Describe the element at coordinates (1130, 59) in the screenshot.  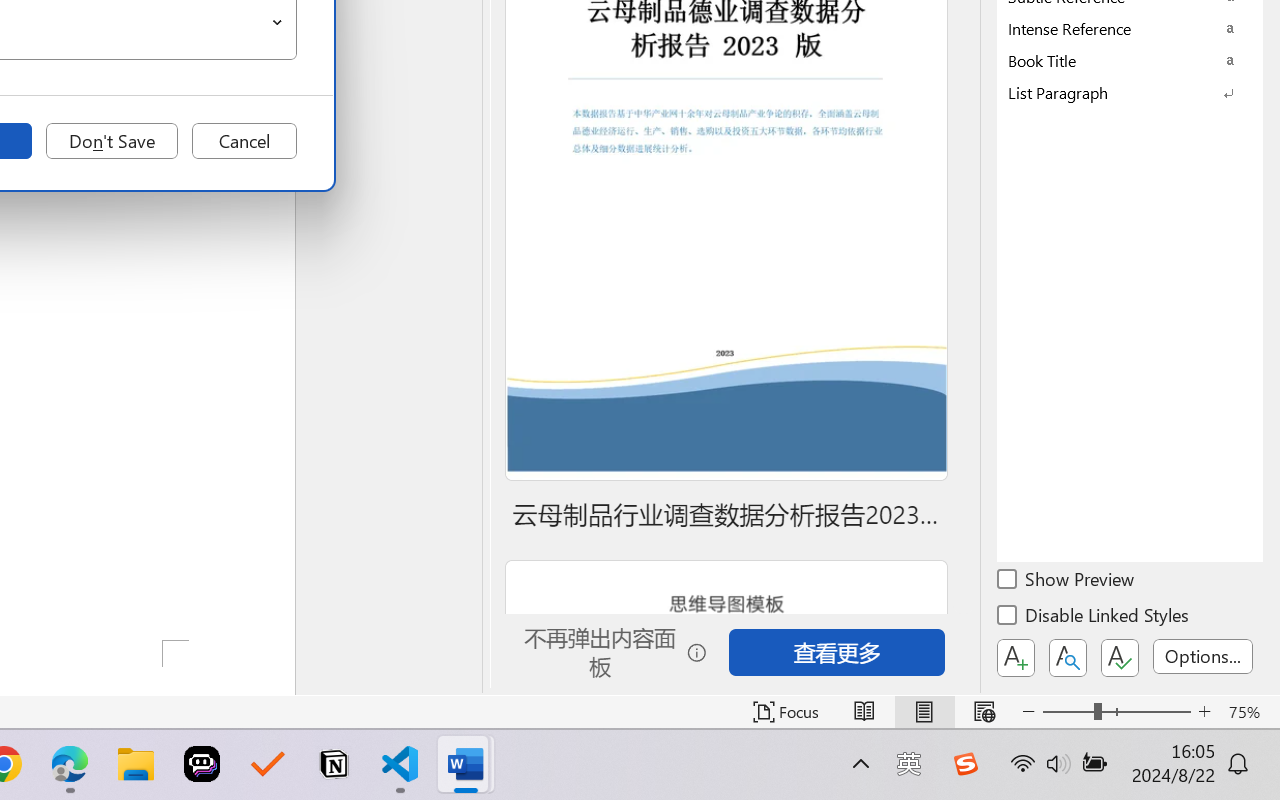
I see `'Book Title'` at that location.